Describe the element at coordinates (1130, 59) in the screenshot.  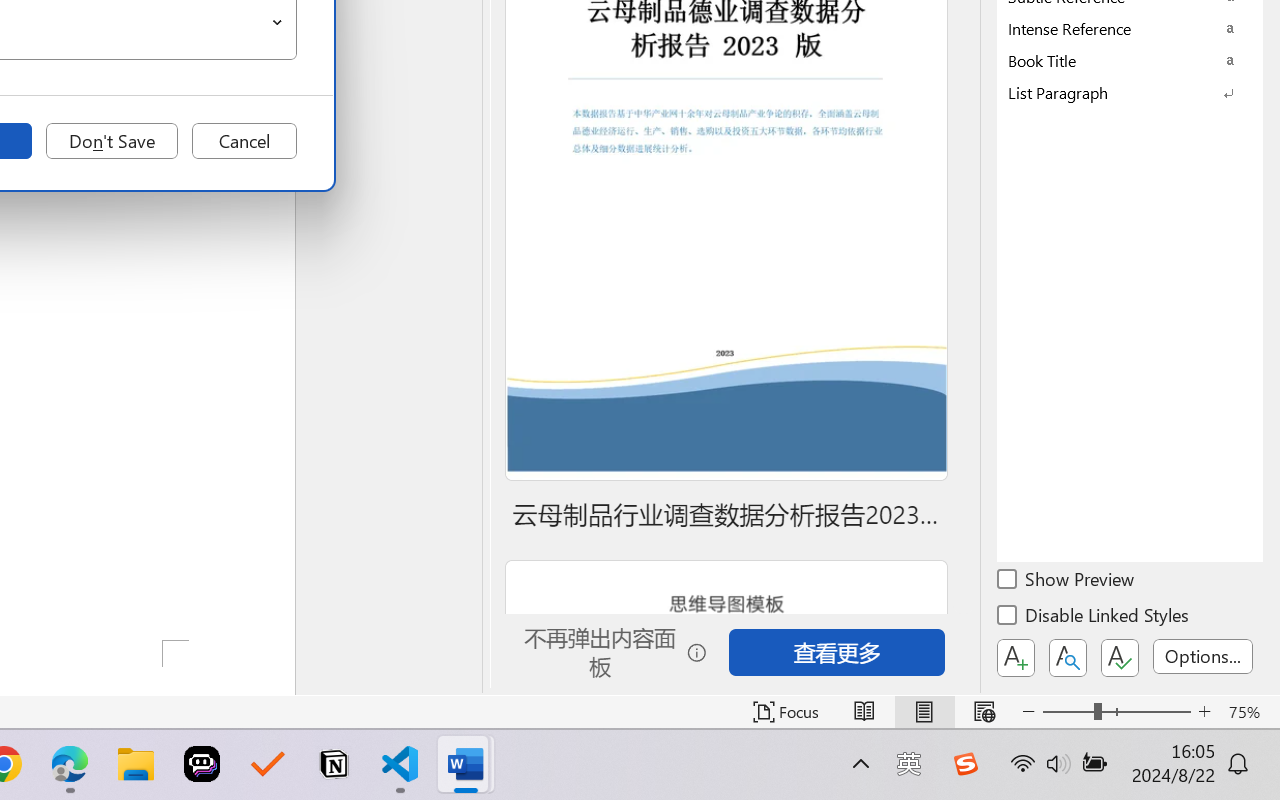
I see `'Book Title'` at that location.